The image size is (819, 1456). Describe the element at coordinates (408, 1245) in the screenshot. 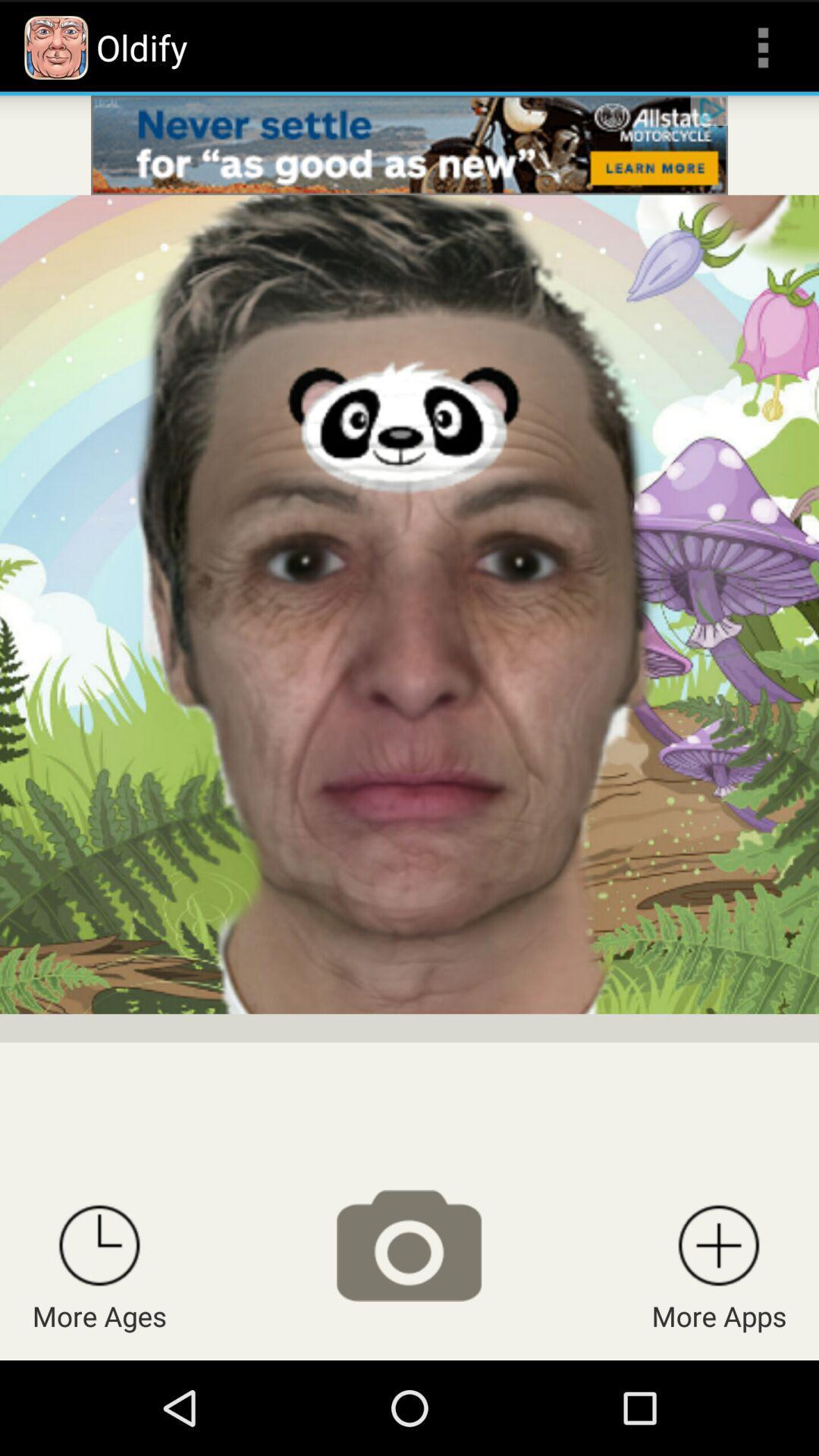

I see `take a photo` at that location.